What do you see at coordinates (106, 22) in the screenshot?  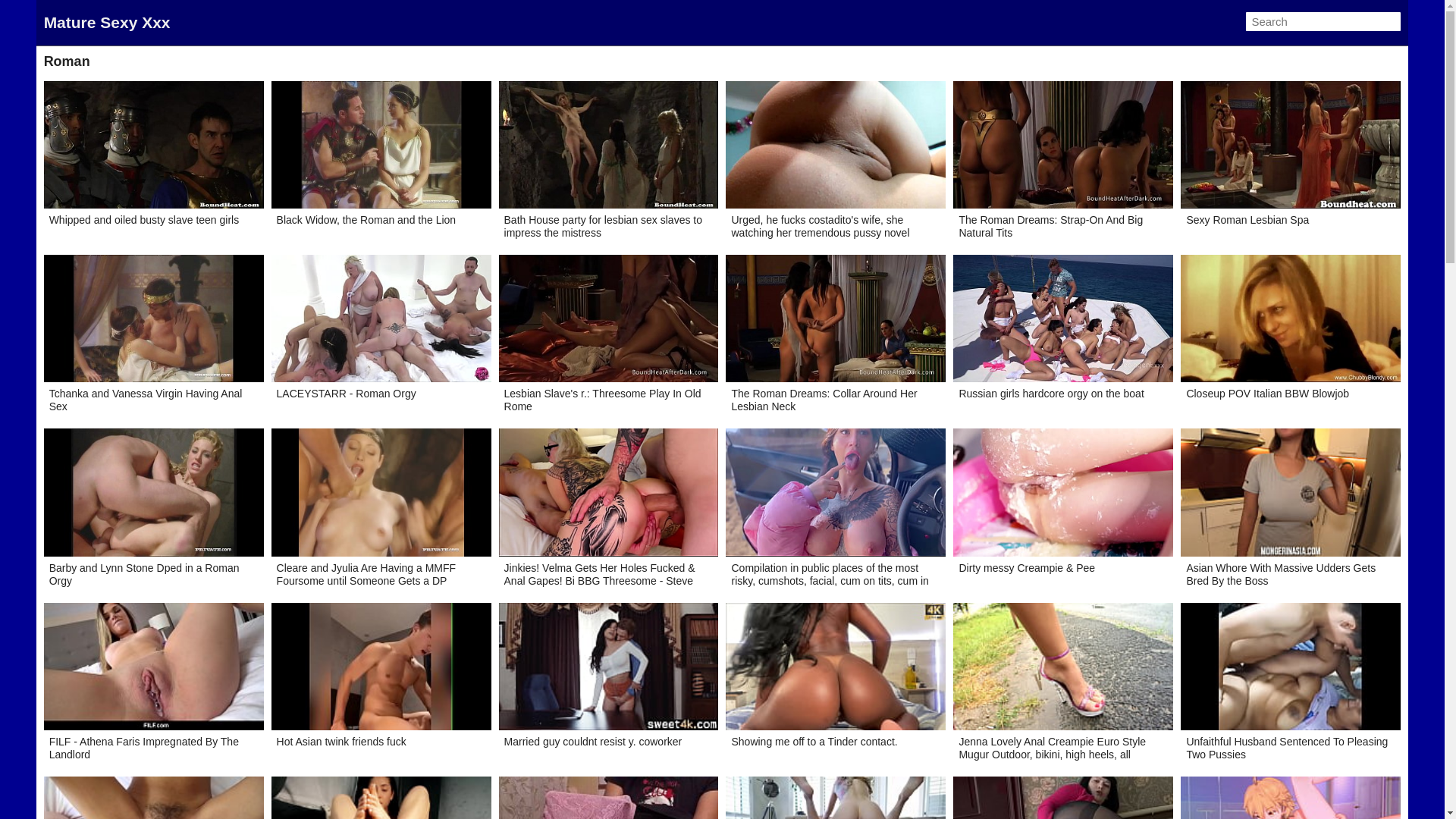 I see `'Mature Sexy Xxx'` at bounding box center [106, 22].